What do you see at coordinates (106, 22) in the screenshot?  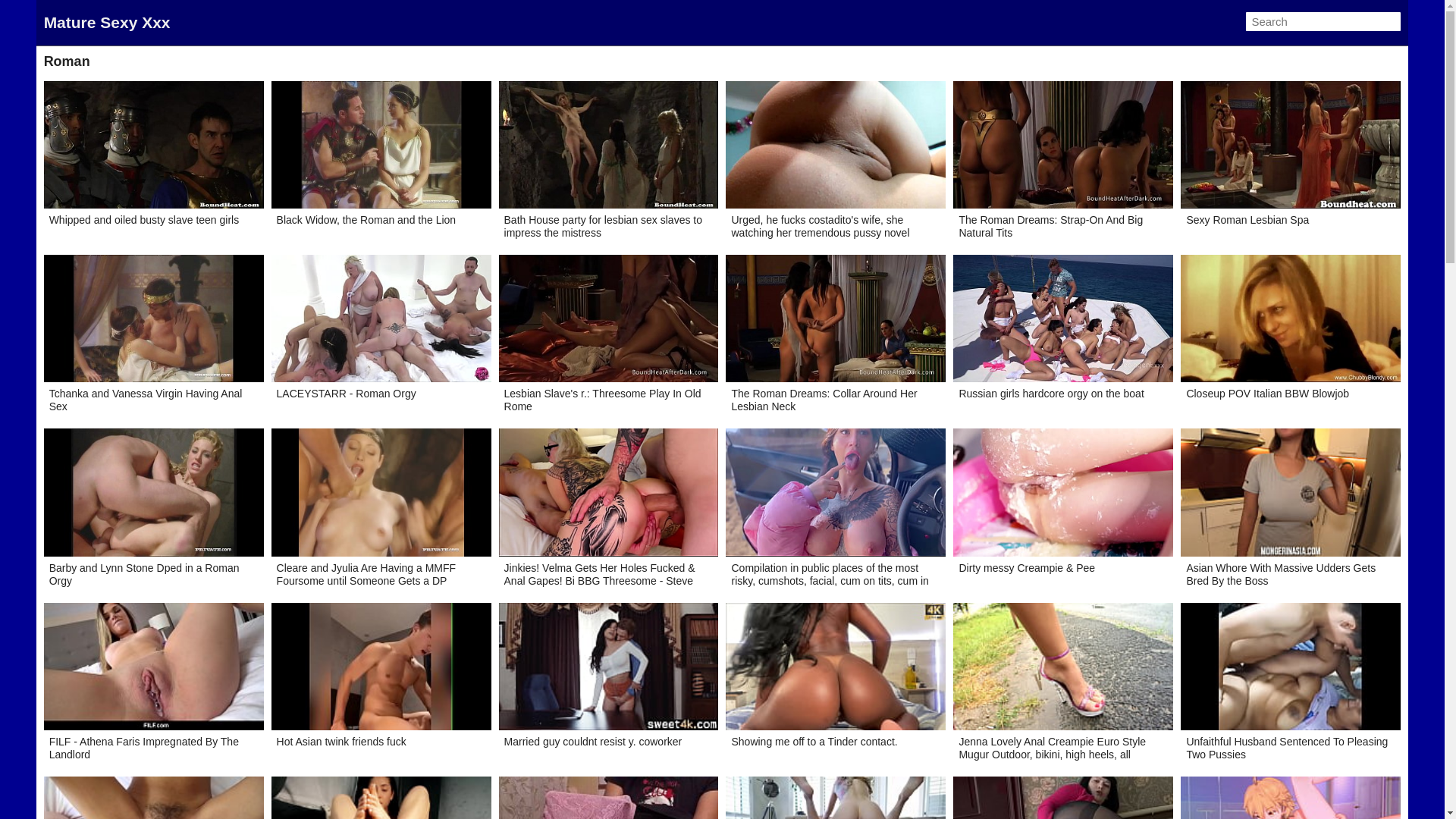 I see `'Mature Sexy Xxx'` at bounding box center [106, 22].